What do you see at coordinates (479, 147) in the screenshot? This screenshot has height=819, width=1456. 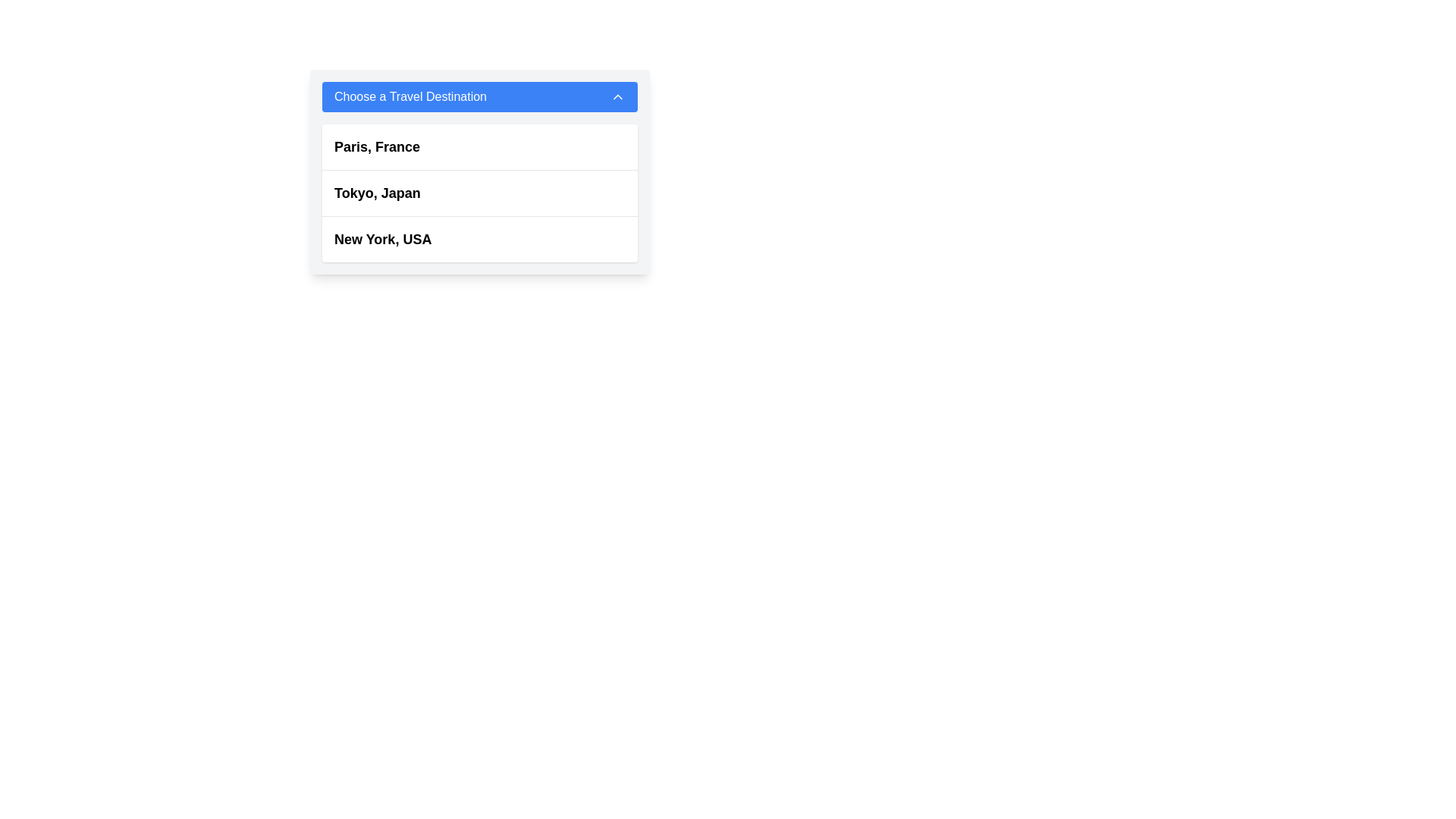 I see `the List Item displaying 'Paris, France'` at bounding box center [479, 147].